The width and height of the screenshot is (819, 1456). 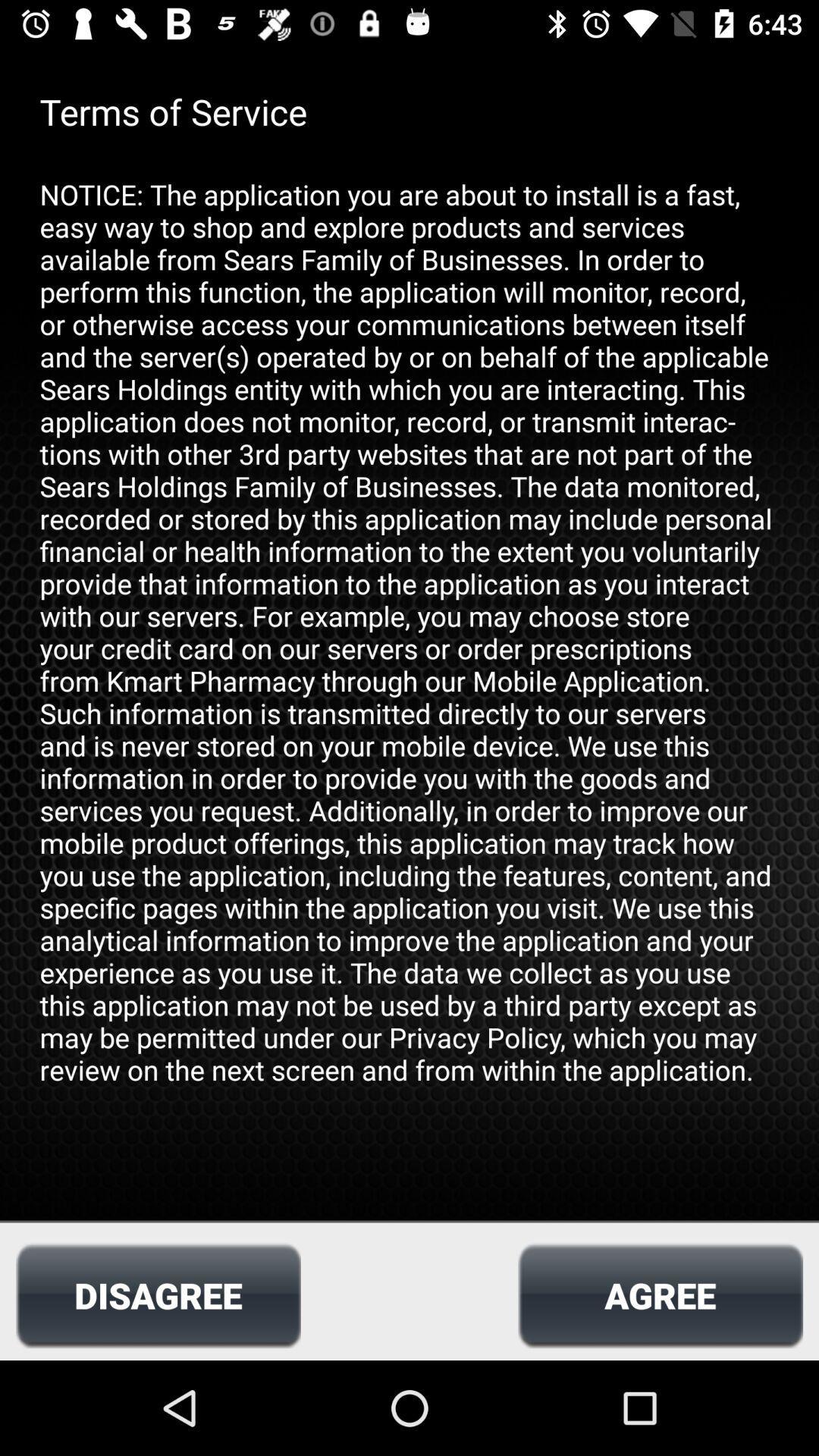 I want to click on icon at the bottom left corner, so click(x=158, y=1294).